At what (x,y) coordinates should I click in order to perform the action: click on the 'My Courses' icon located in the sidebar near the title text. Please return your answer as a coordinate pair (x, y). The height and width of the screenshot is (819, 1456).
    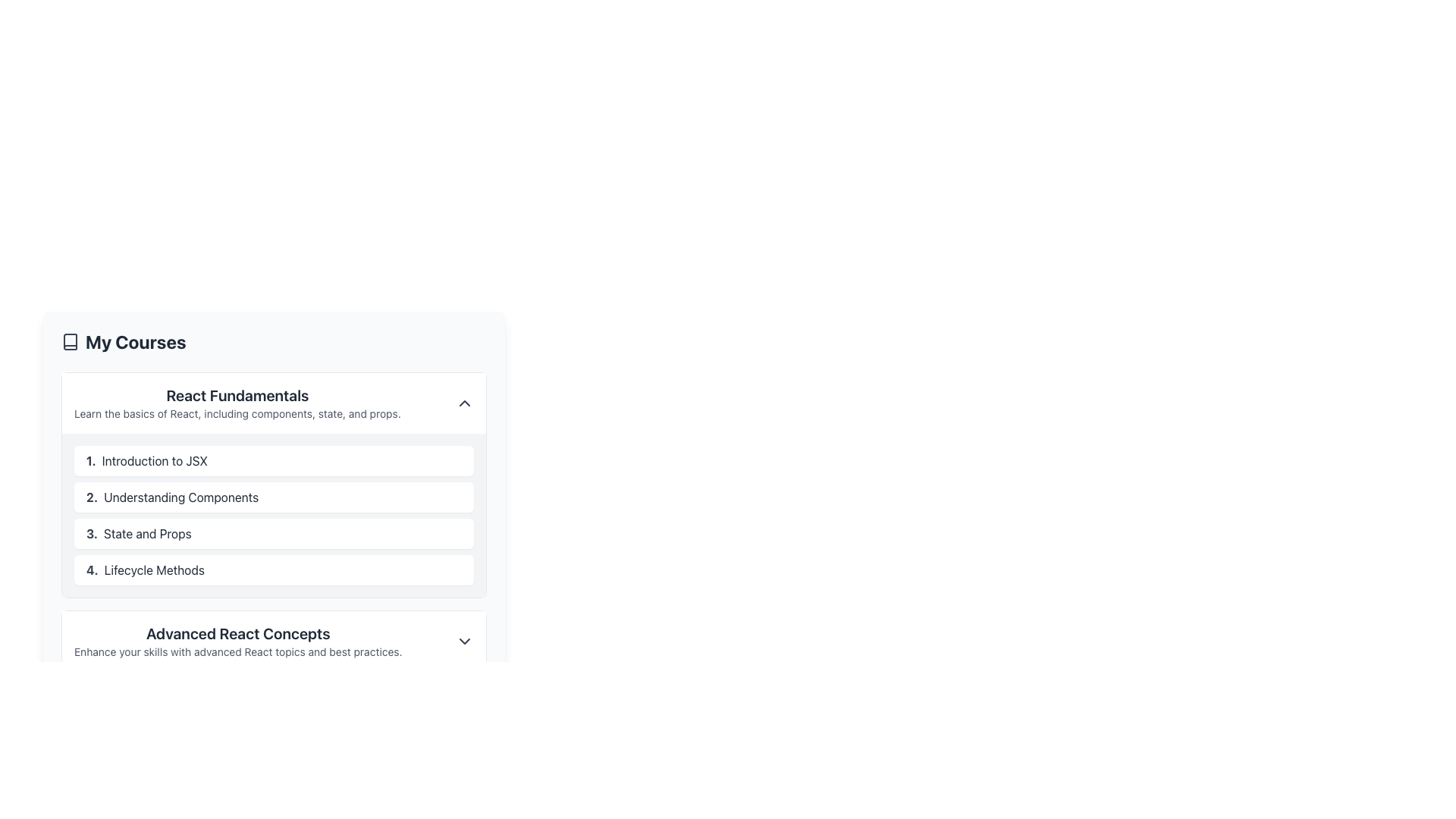
    Looking at the image, I should click on (69, 342).